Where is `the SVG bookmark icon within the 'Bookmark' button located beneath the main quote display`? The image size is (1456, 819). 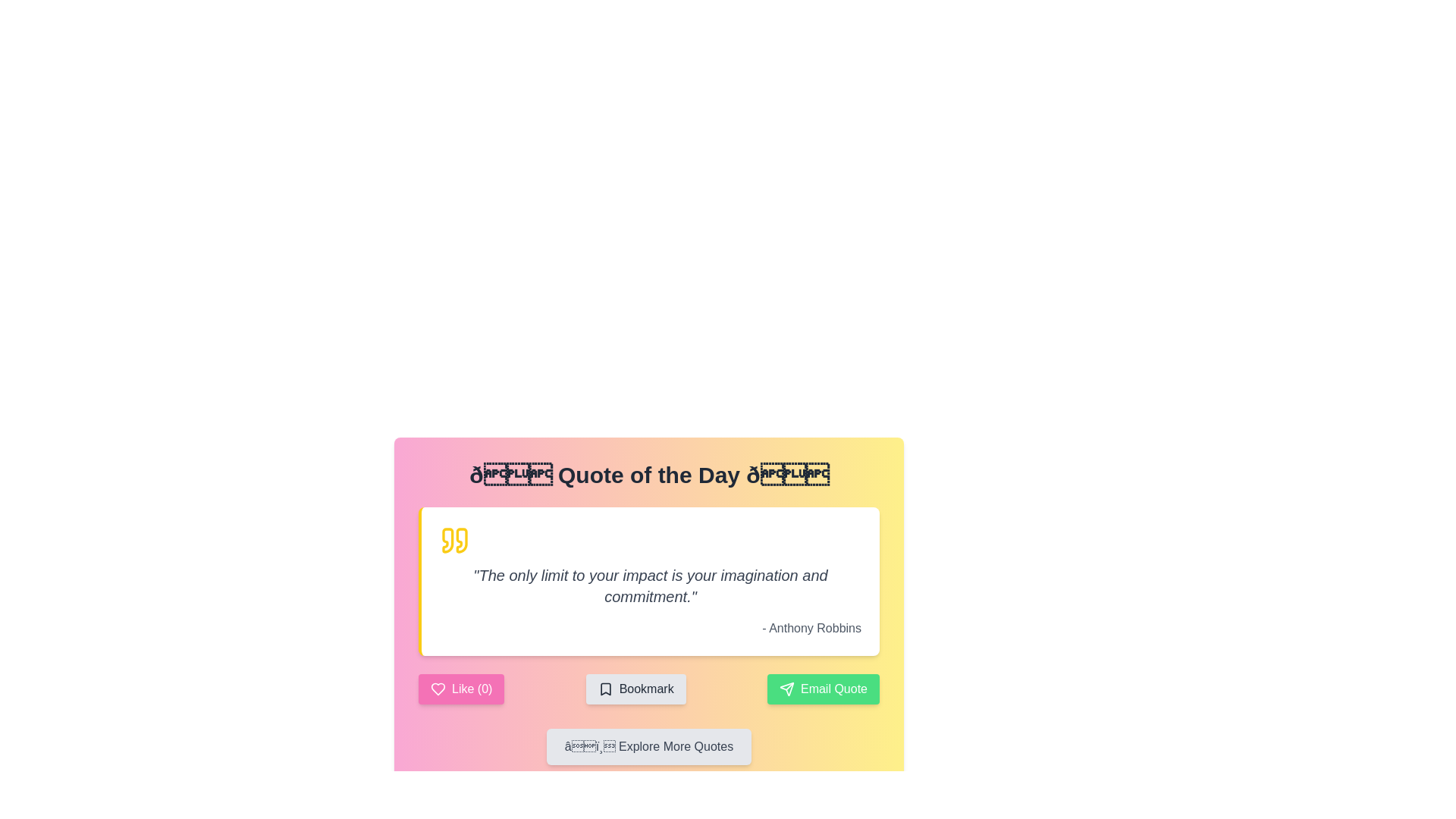
the SVG bookmark icon within the 'Bookmark' button located beneath the main quote display is located at coordinates (604, 689).